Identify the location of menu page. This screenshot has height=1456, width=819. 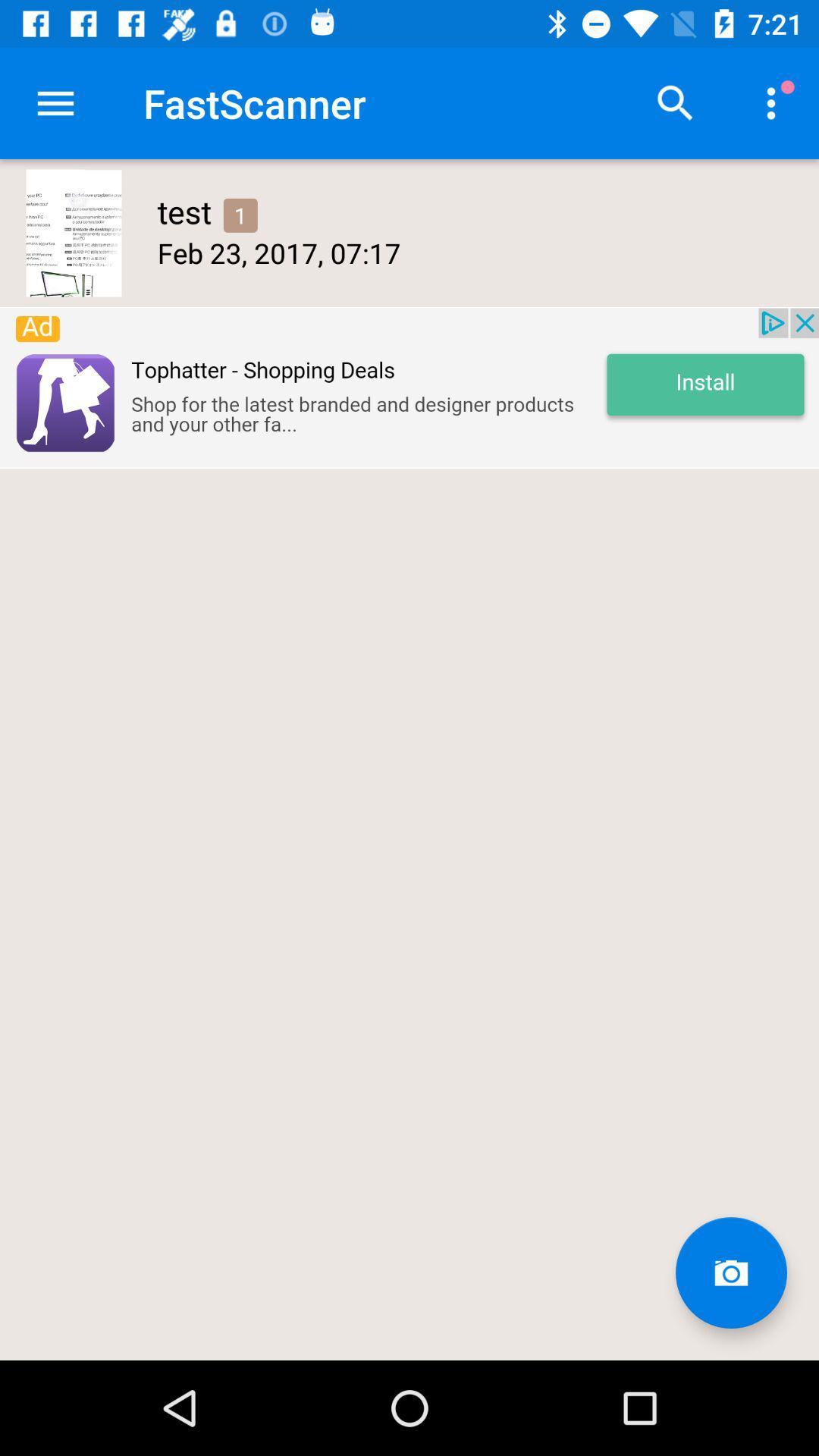
(675, 102).